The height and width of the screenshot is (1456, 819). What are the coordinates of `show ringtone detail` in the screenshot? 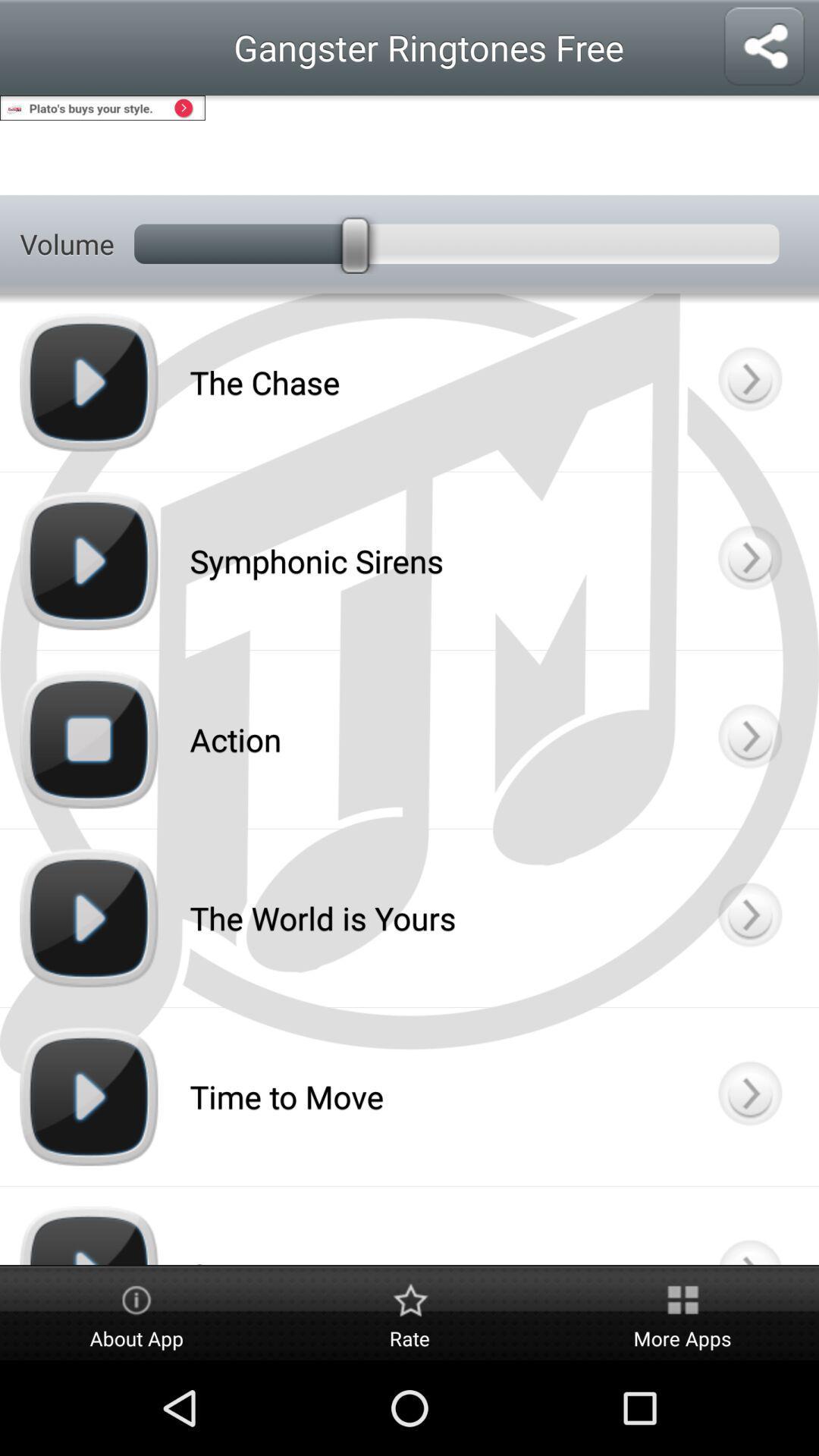 It's located at (748, 382).